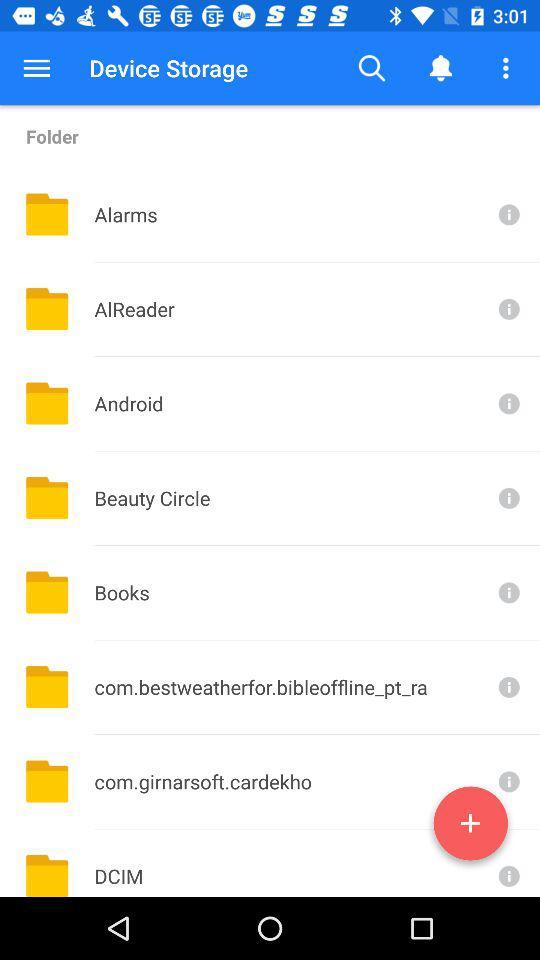  What do you see at coordinates (507, 214) in the screenshot?
I see `get more info` at bounding box center [507, 214].